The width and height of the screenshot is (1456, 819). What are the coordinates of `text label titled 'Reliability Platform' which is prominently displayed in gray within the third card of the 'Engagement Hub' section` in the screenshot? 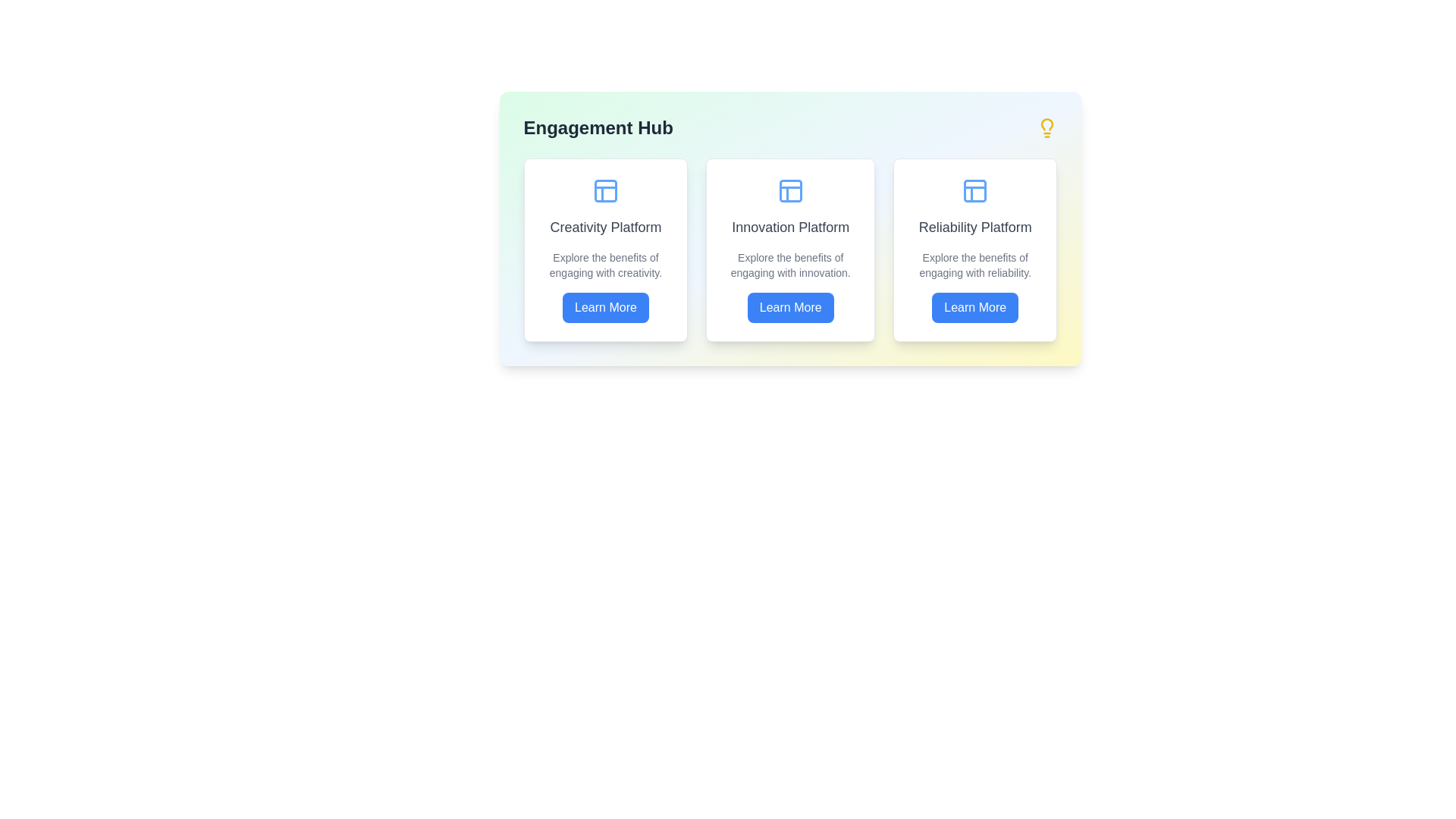 It's located at (975, 227).